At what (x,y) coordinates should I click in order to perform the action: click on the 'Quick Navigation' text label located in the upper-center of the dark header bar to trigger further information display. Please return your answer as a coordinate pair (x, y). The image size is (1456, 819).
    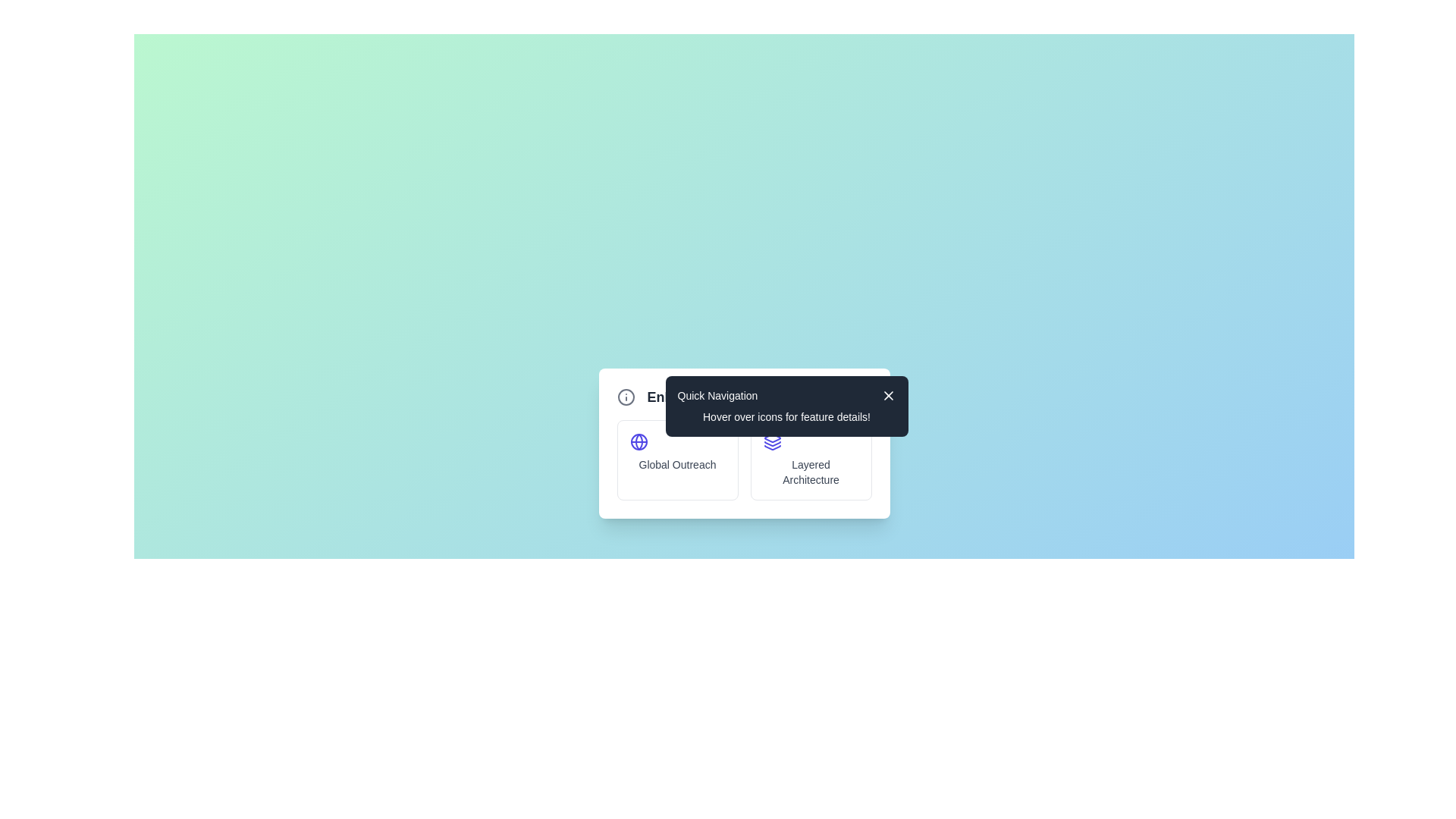
    Looking at the image, I should click on (717, 394).